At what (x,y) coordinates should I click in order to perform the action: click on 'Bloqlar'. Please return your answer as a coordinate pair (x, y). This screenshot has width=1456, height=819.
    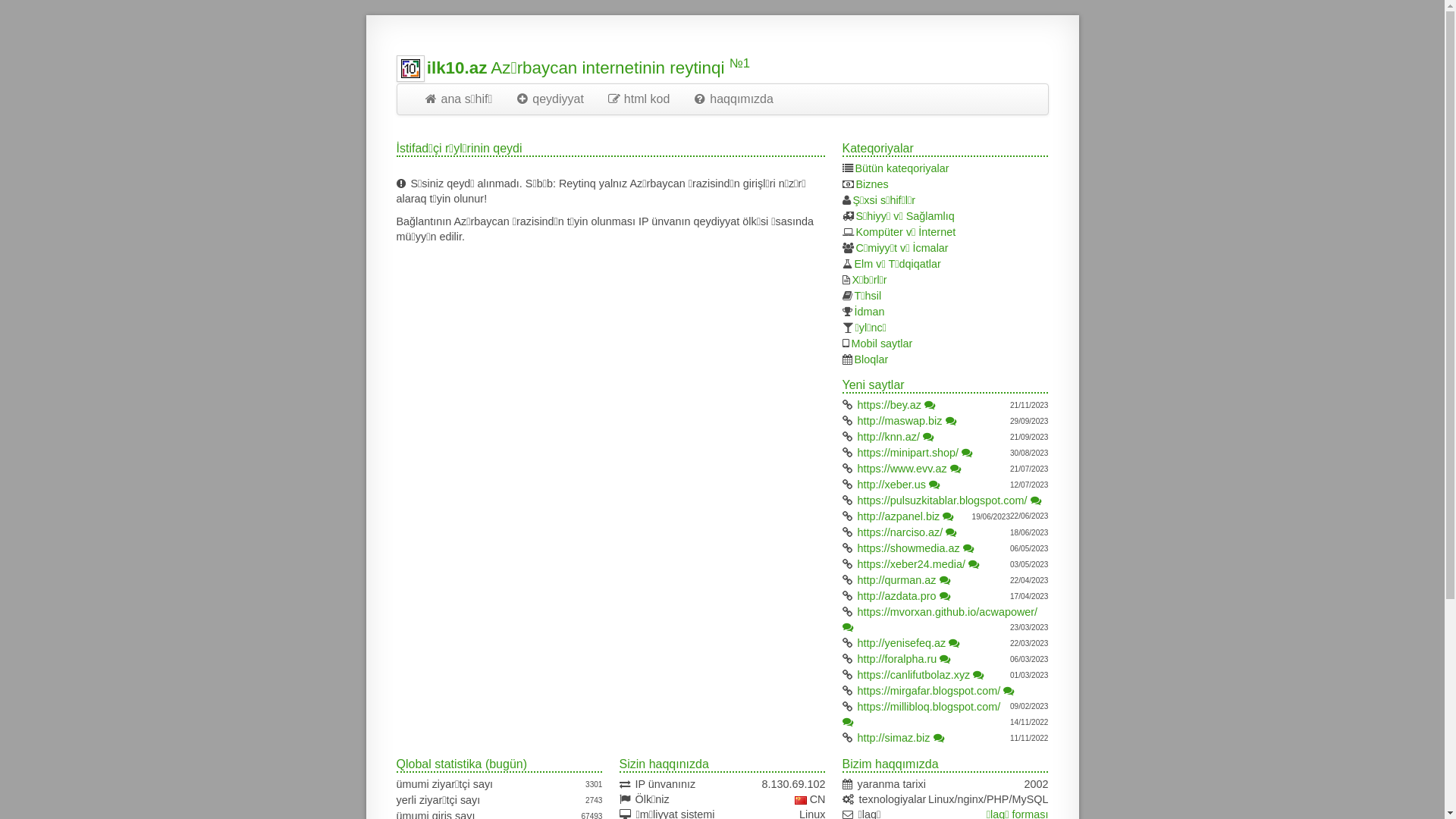
    Looking at the image, I should click on (871, 359).